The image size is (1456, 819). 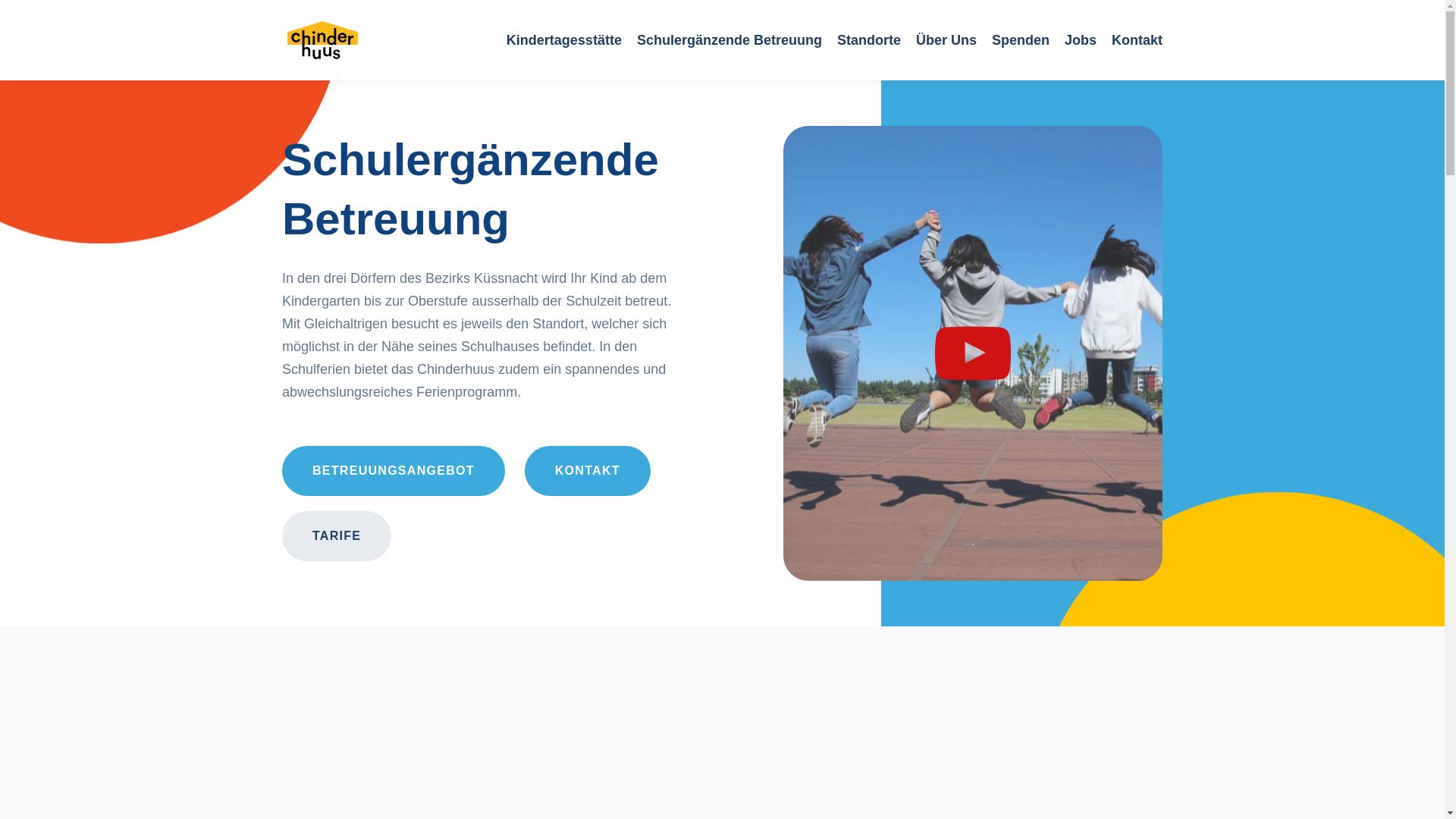 What do you see at coordinates (869, 39) in the screenshot?
I see `'Standorte'` at bounding box center [869, 39].